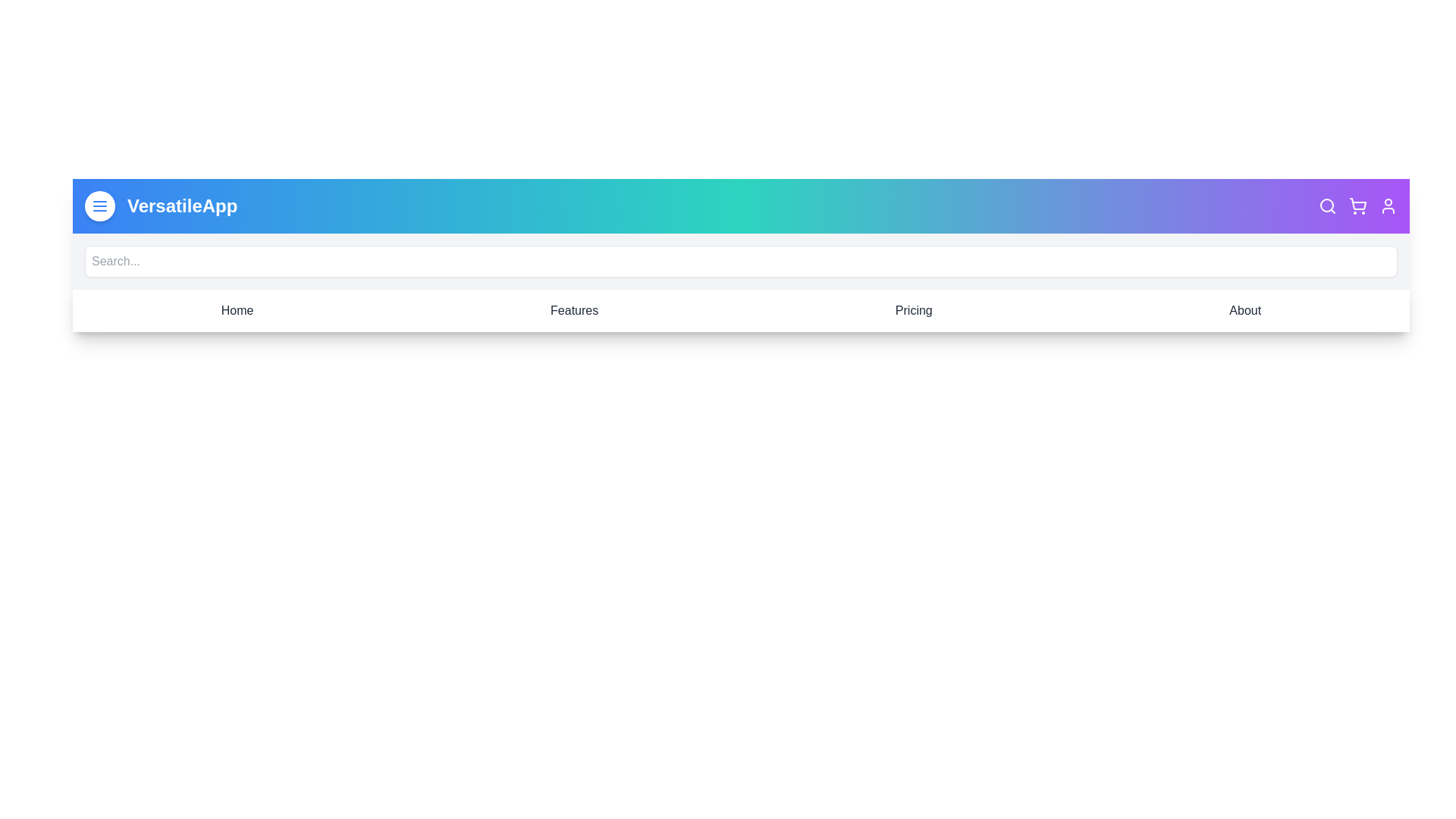 Image resolution: width=1456 pixels, height=819 pixels. I want to click on the search input field to focus on it, so click(741, 260).